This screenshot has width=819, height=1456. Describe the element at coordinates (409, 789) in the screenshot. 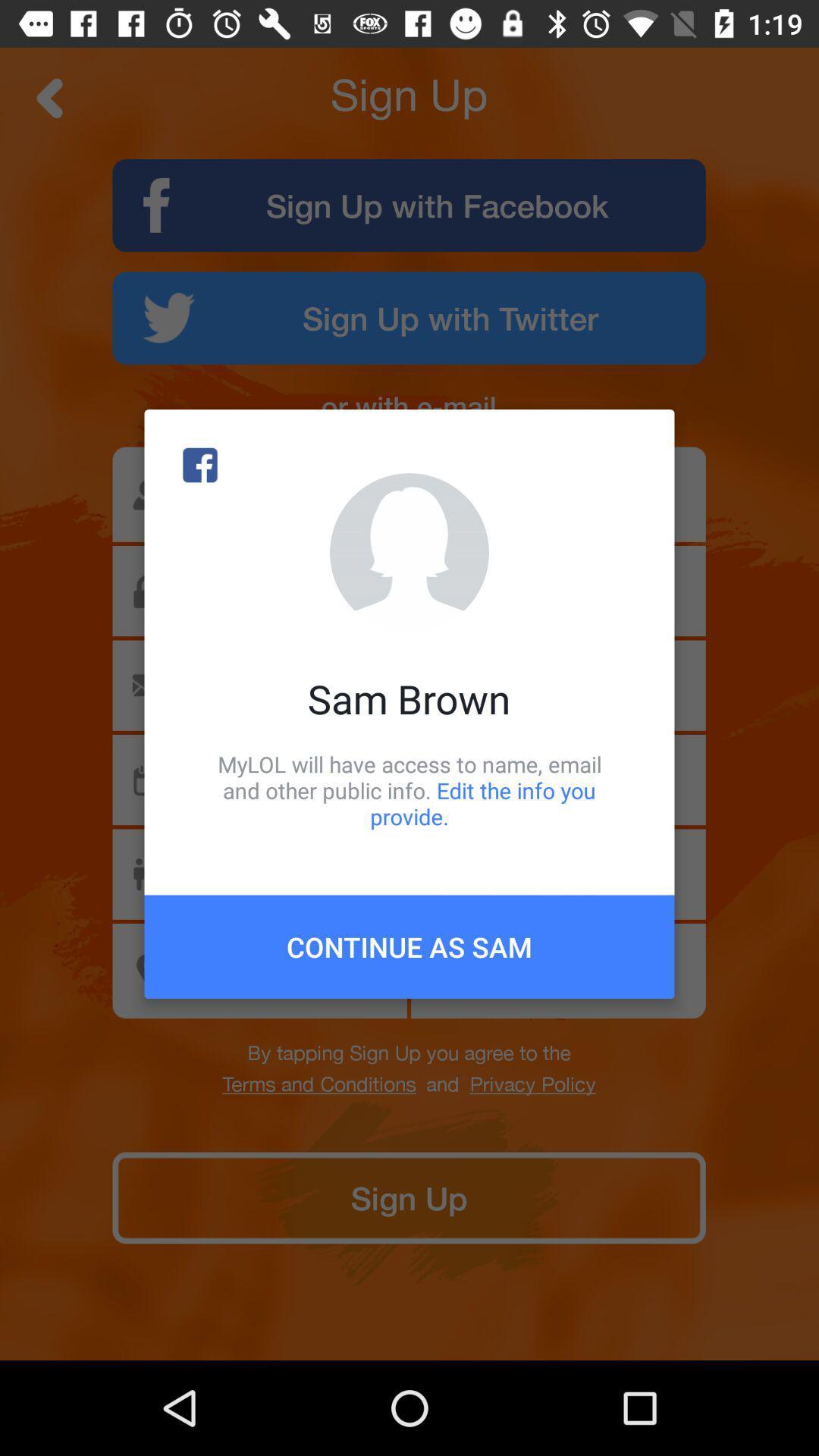

I see `item below sam brown icon` at that location.